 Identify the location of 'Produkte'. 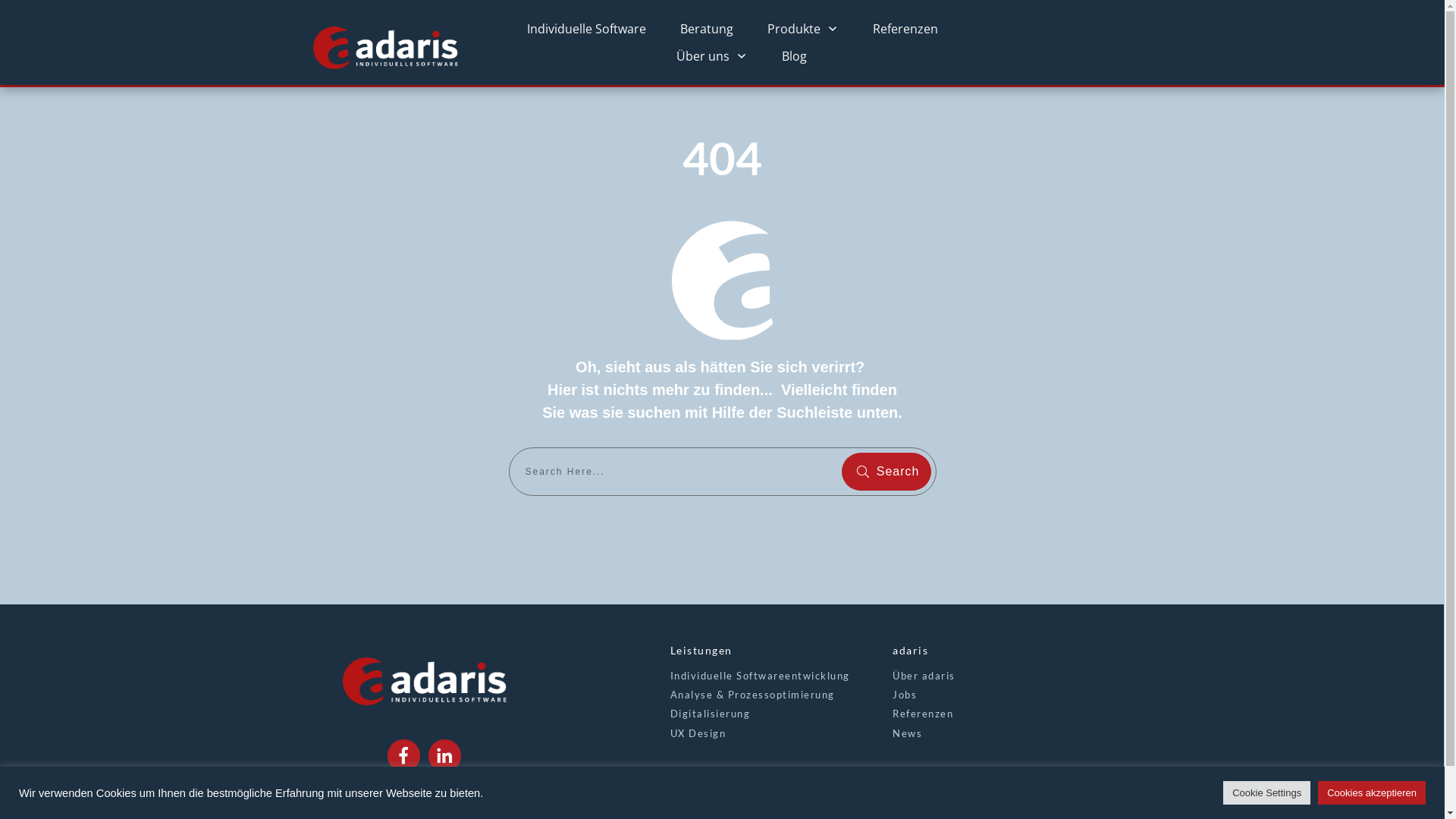
(802, 29).